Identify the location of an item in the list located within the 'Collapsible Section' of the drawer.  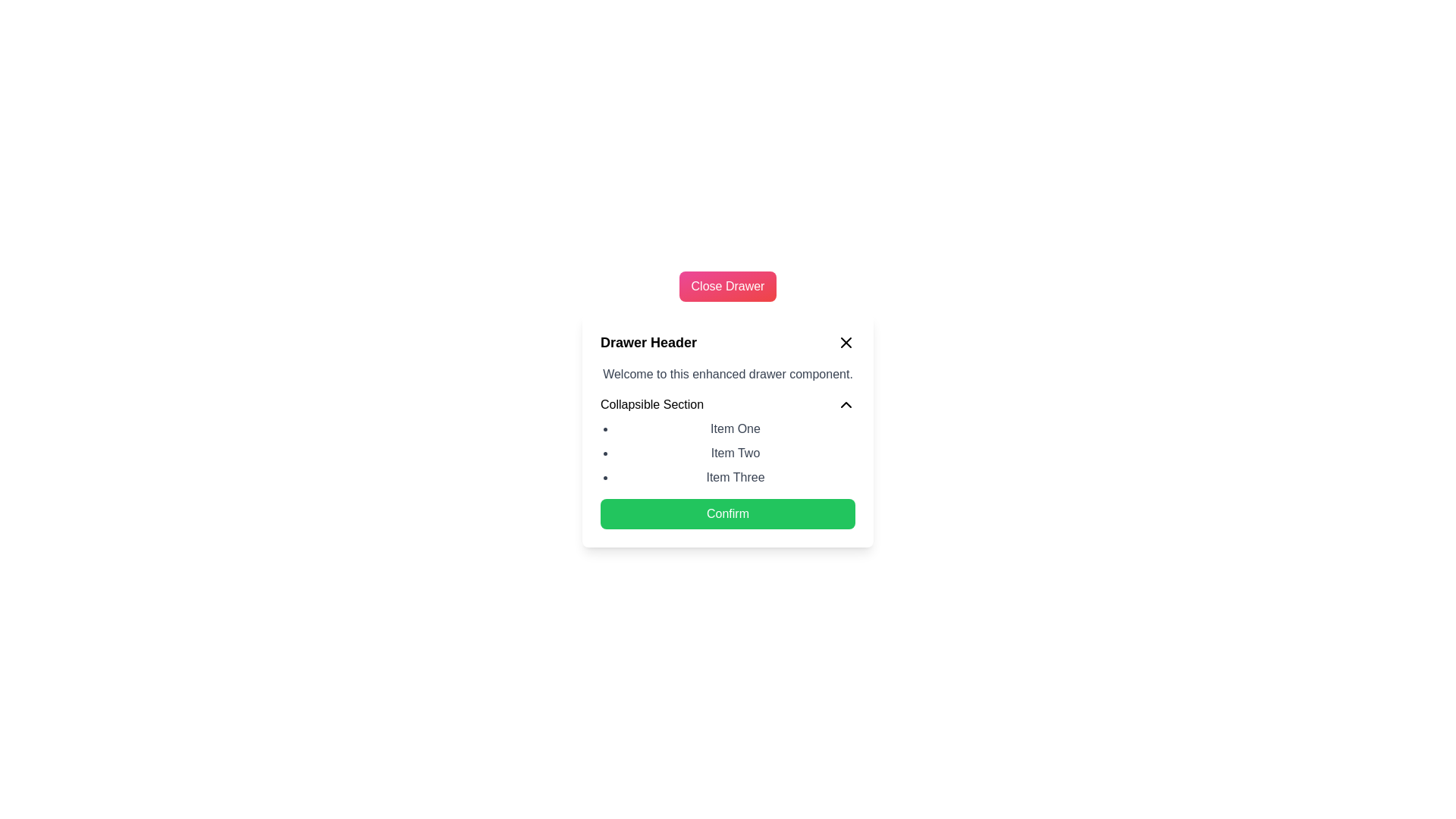
(728, 430).